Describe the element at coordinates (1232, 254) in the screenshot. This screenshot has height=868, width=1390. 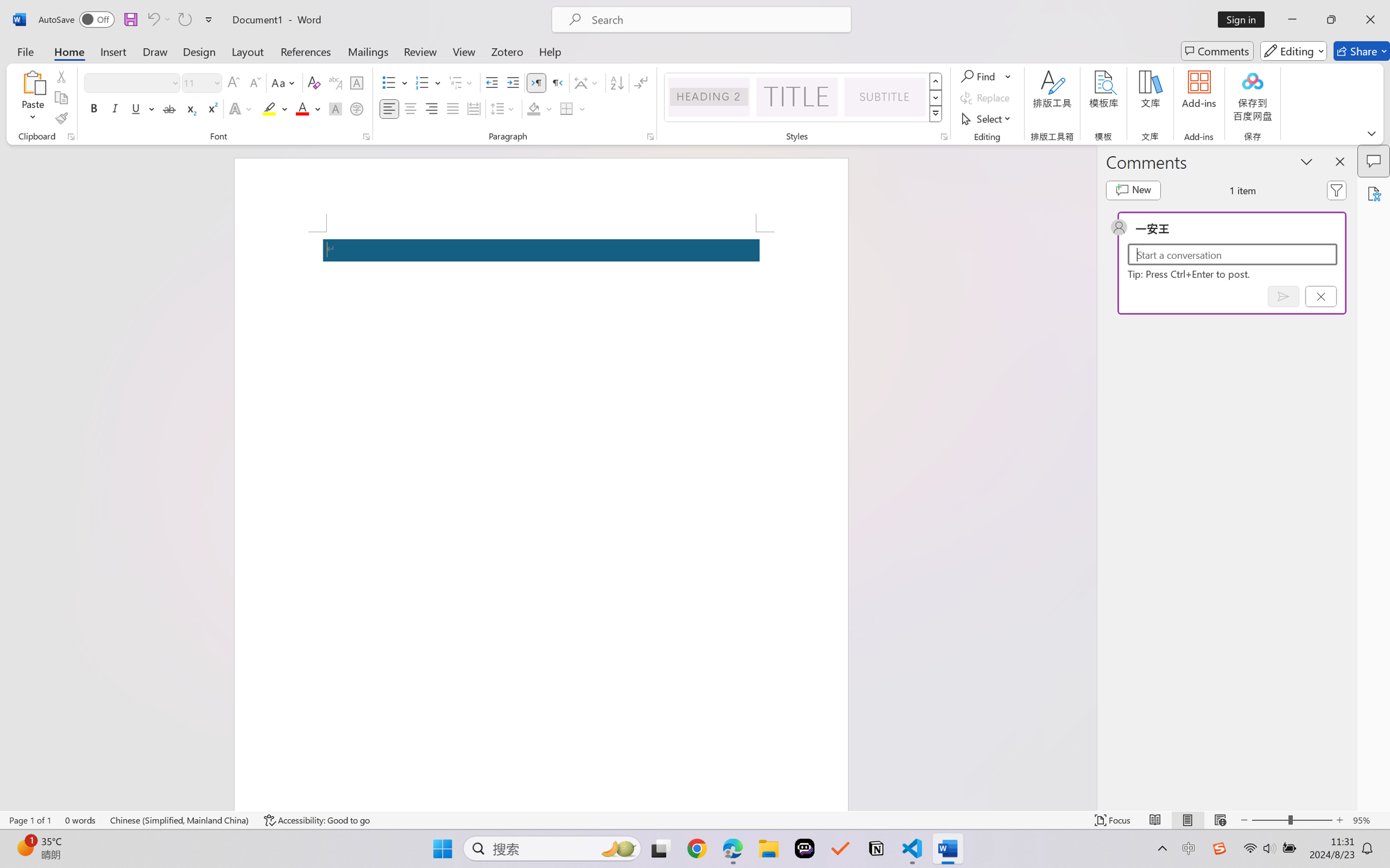
I see `'Start a conversation'` at that location.